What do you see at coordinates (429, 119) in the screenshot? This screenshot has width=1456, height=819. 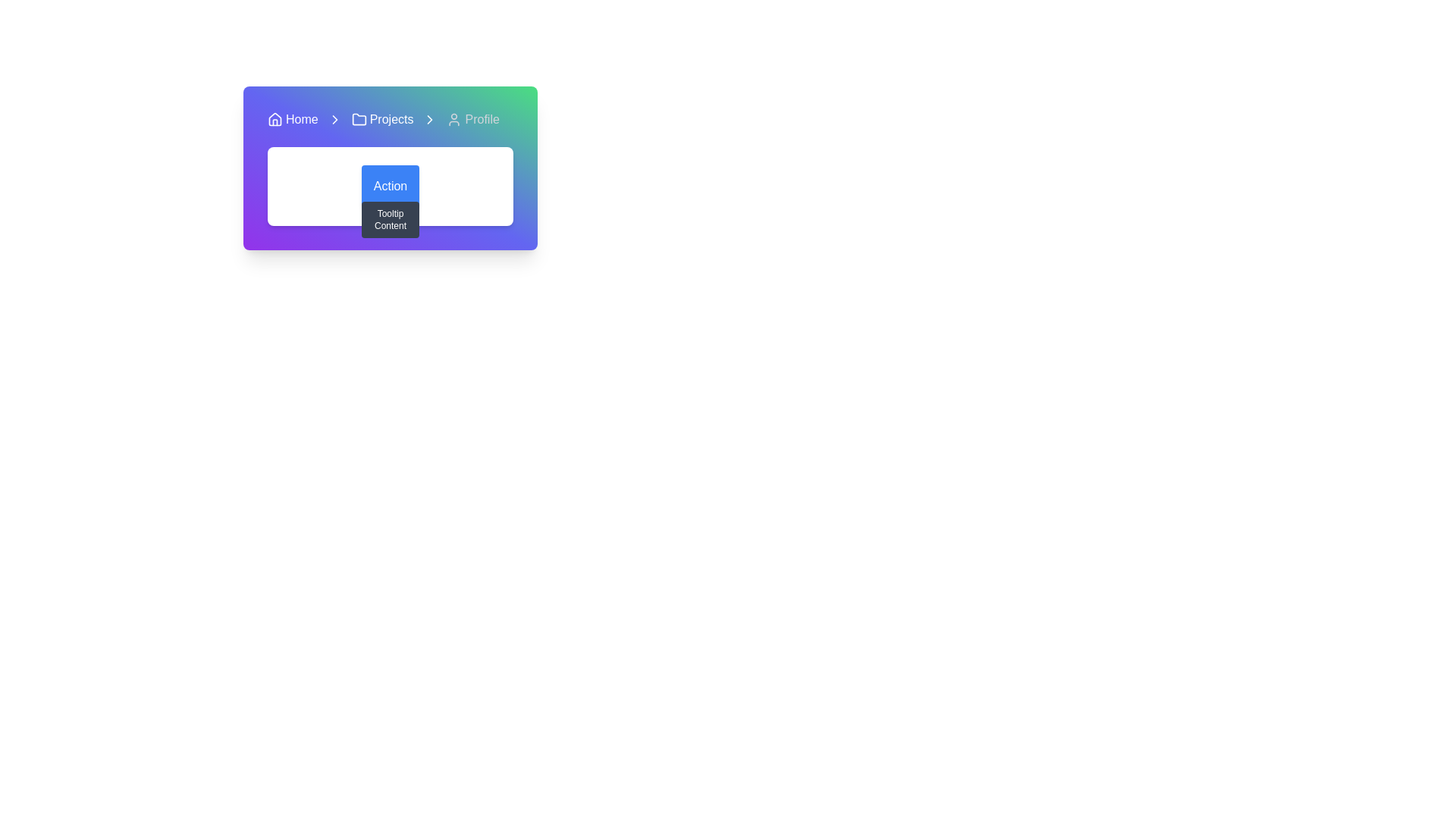 I see `the rightward chevron icon styled in white, located under the navigation bar, positioned to the right of the 'Projects' text and before the 'Profile' entry` at bounding box center [429, 119].